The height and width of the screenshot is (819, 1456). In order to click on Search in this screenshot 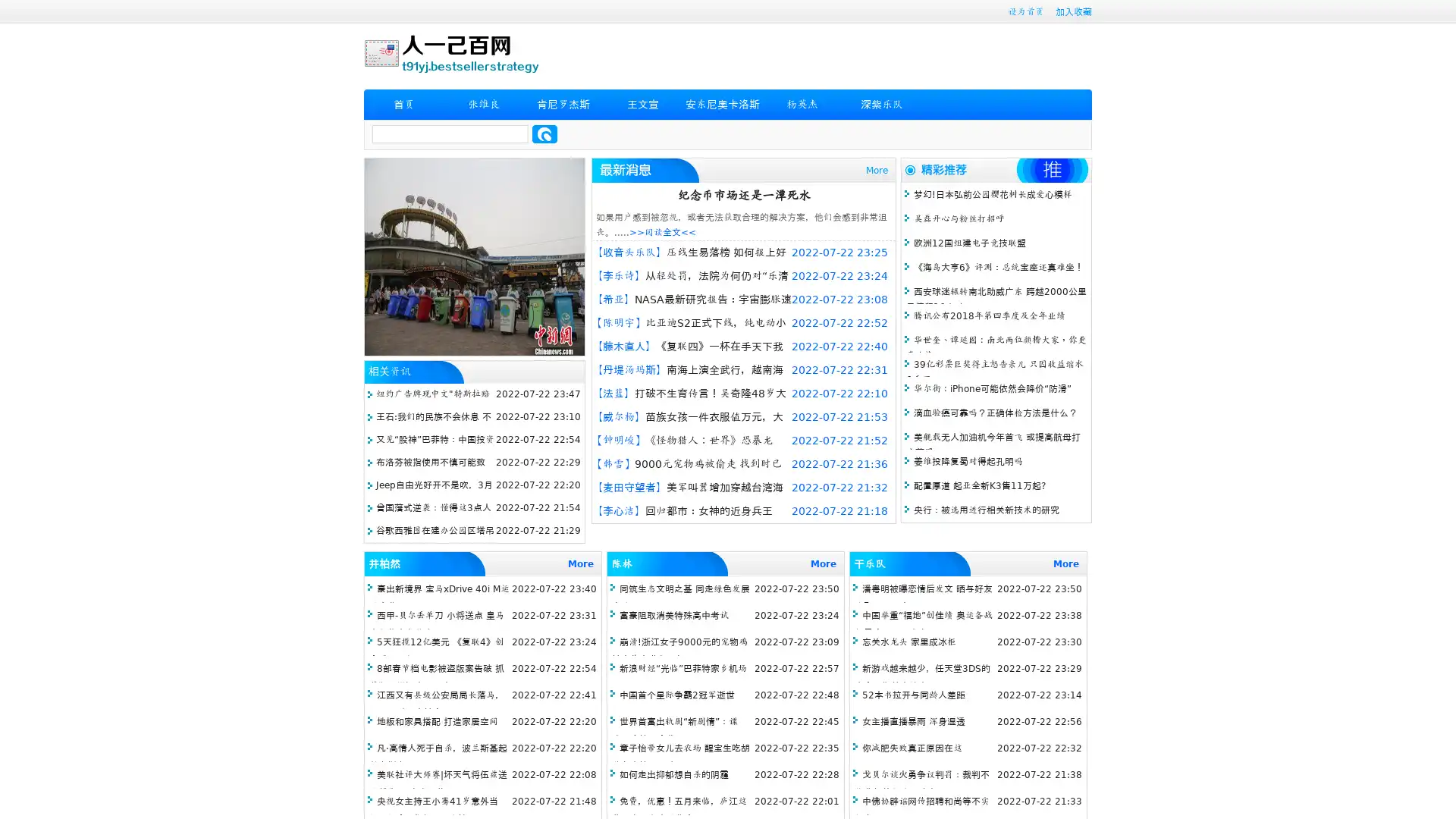, I will do `click(544, 133)`.